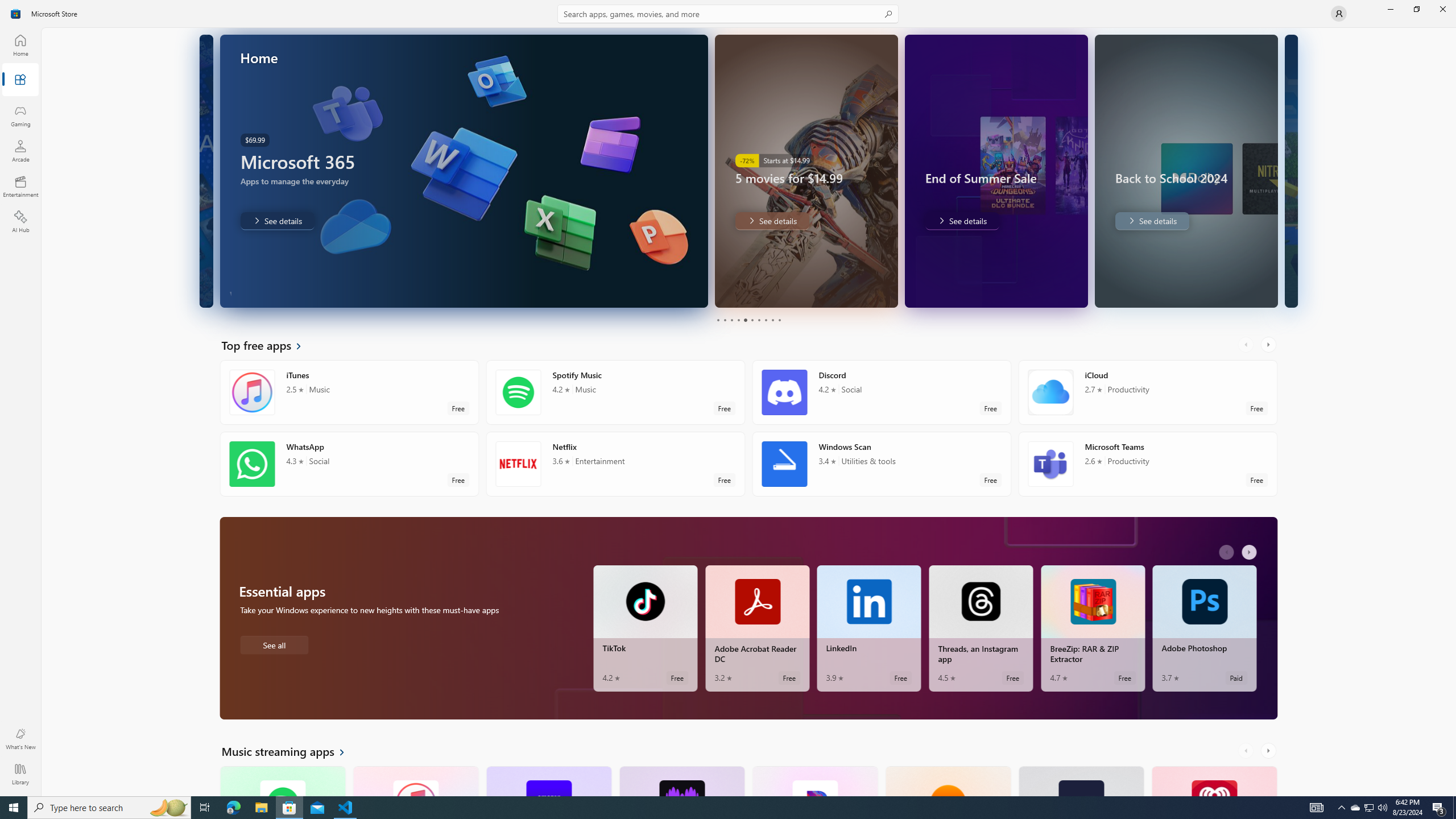 This screenshot has height=819, width=1456. Describe the element at coordinates (644, 628) in the screenshot. I see `'TikTok. Average rating of 4.2 out of five stars. Free  '` at that location.